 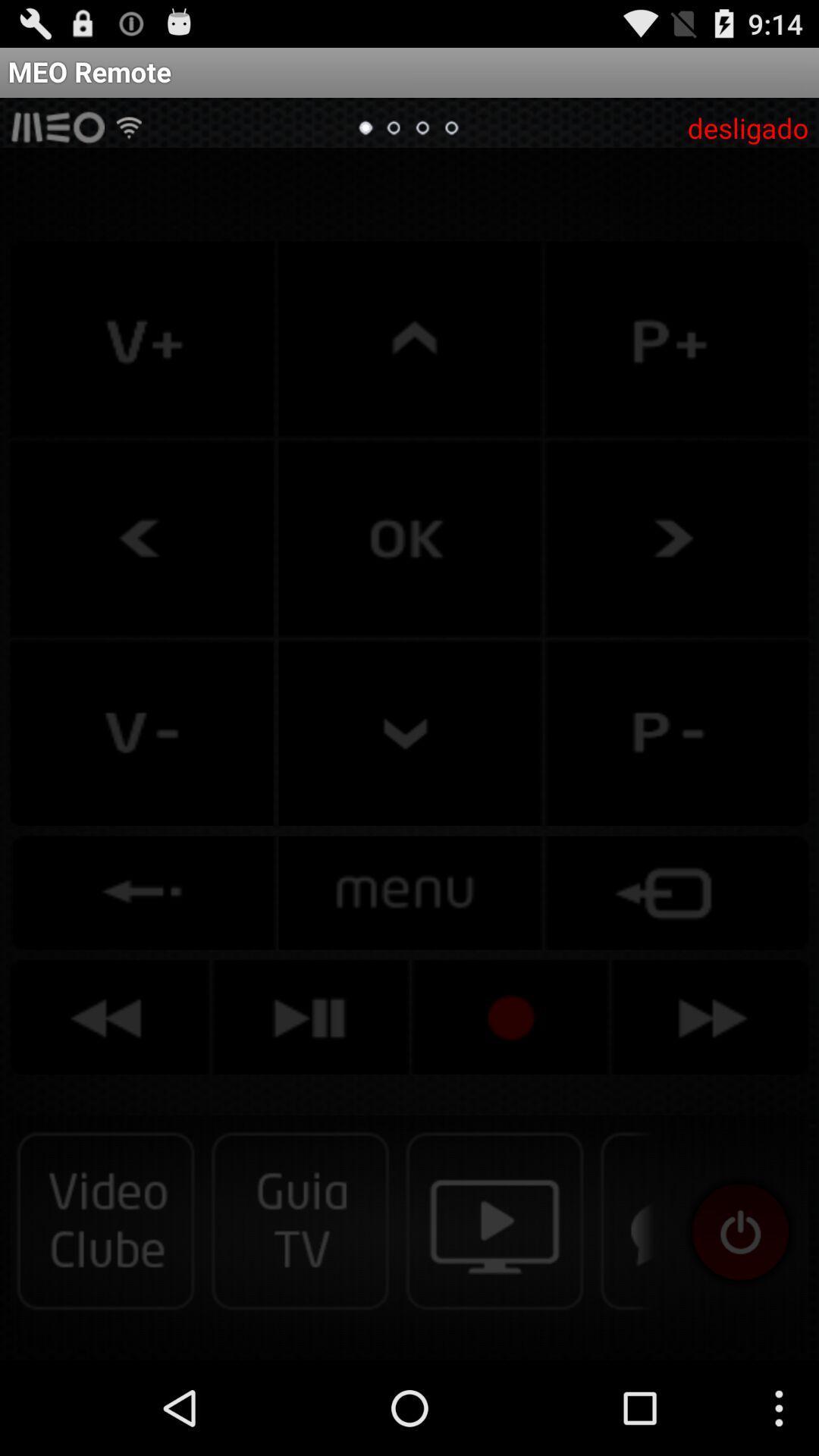 I want to click on the skip_next icon, so click(x=309, y=1087).